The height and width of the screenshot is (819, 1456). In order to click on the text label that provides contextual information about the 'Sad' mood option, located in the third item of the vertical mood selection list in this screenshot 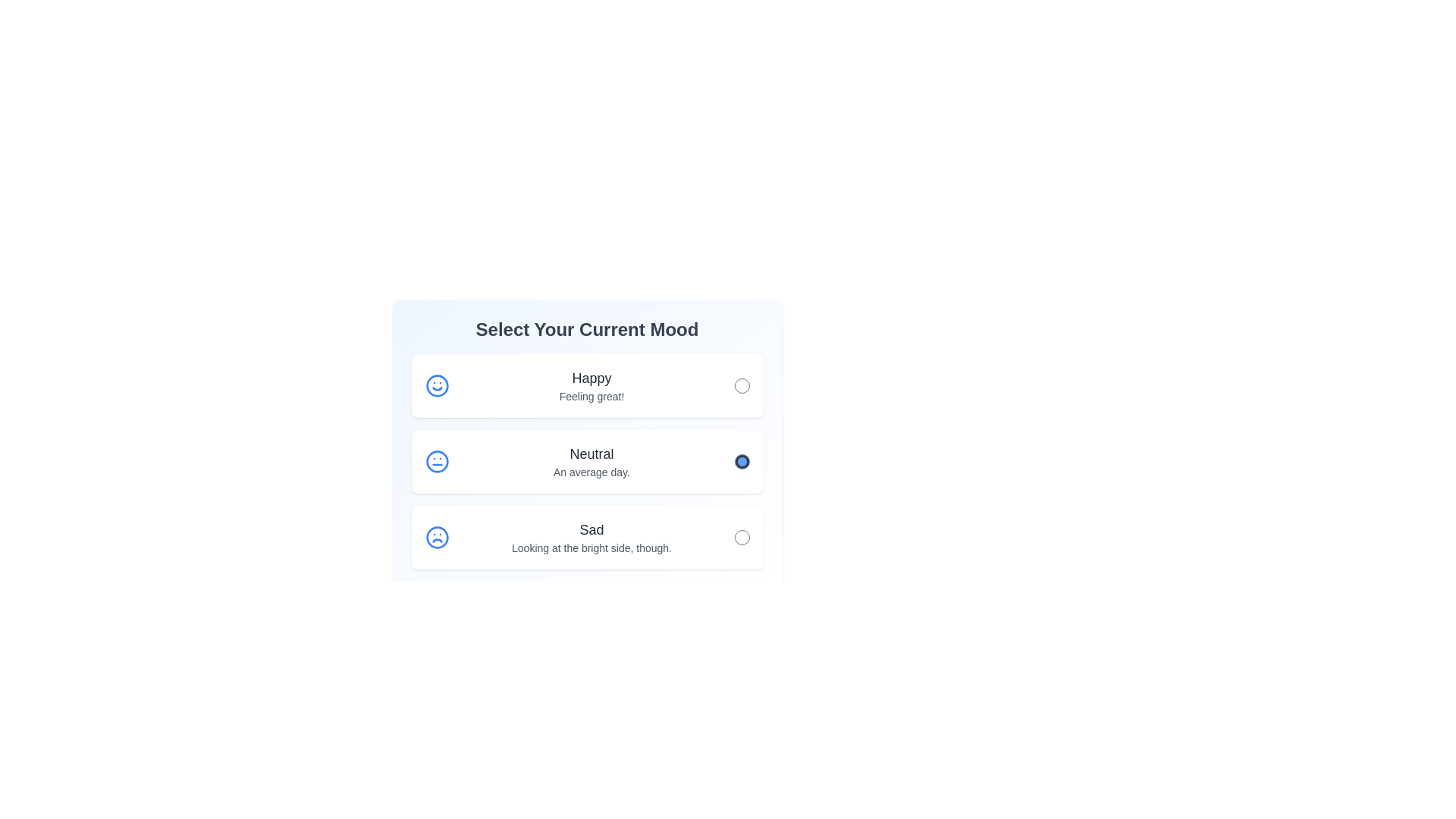, I will do `click(591, 537)`.